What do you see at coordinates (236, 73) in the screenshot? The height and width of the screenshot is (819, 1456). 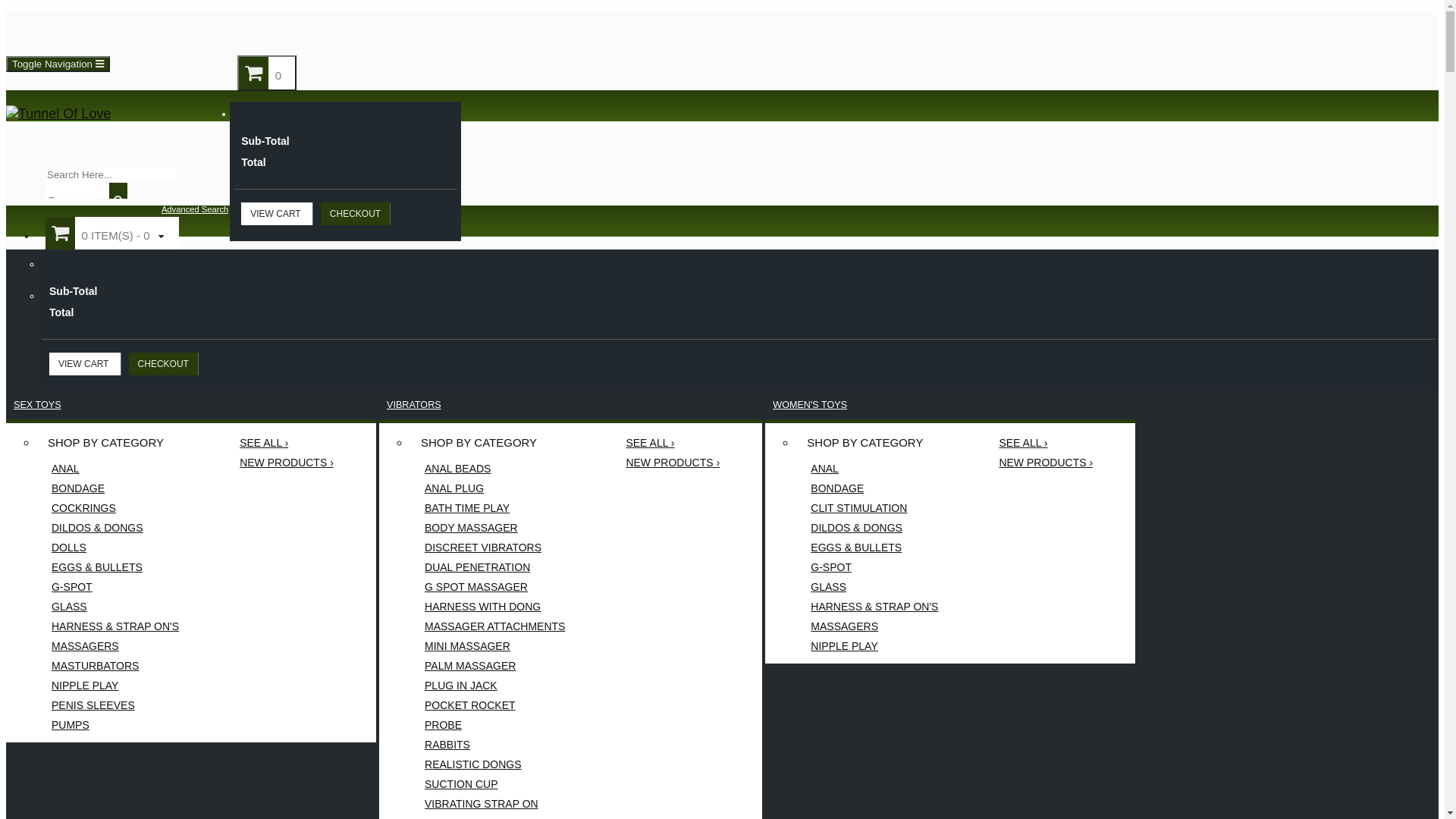 I see `'0'` at bounding box center [236, 73].